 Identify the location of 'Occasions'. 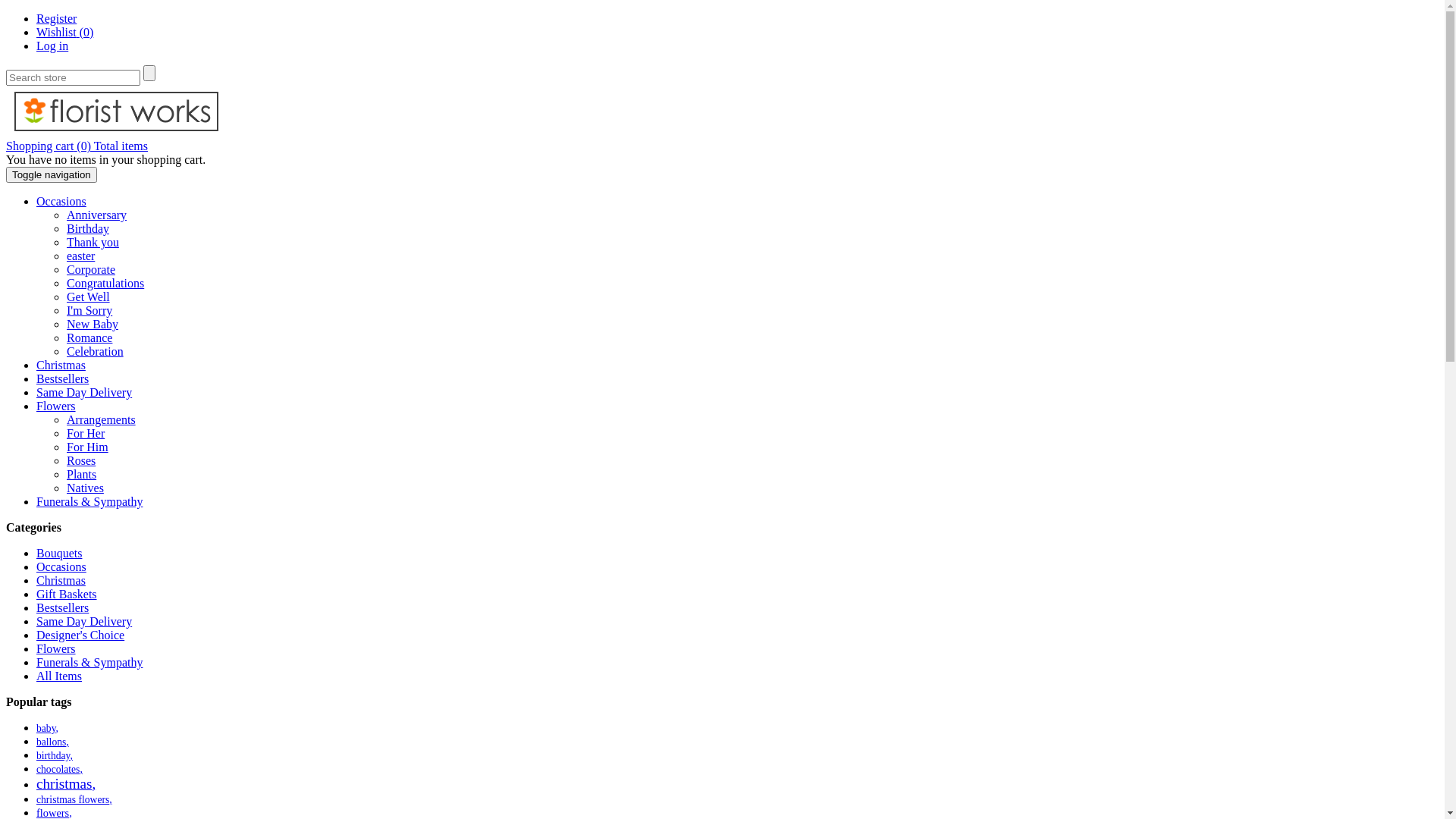
(61, 566).